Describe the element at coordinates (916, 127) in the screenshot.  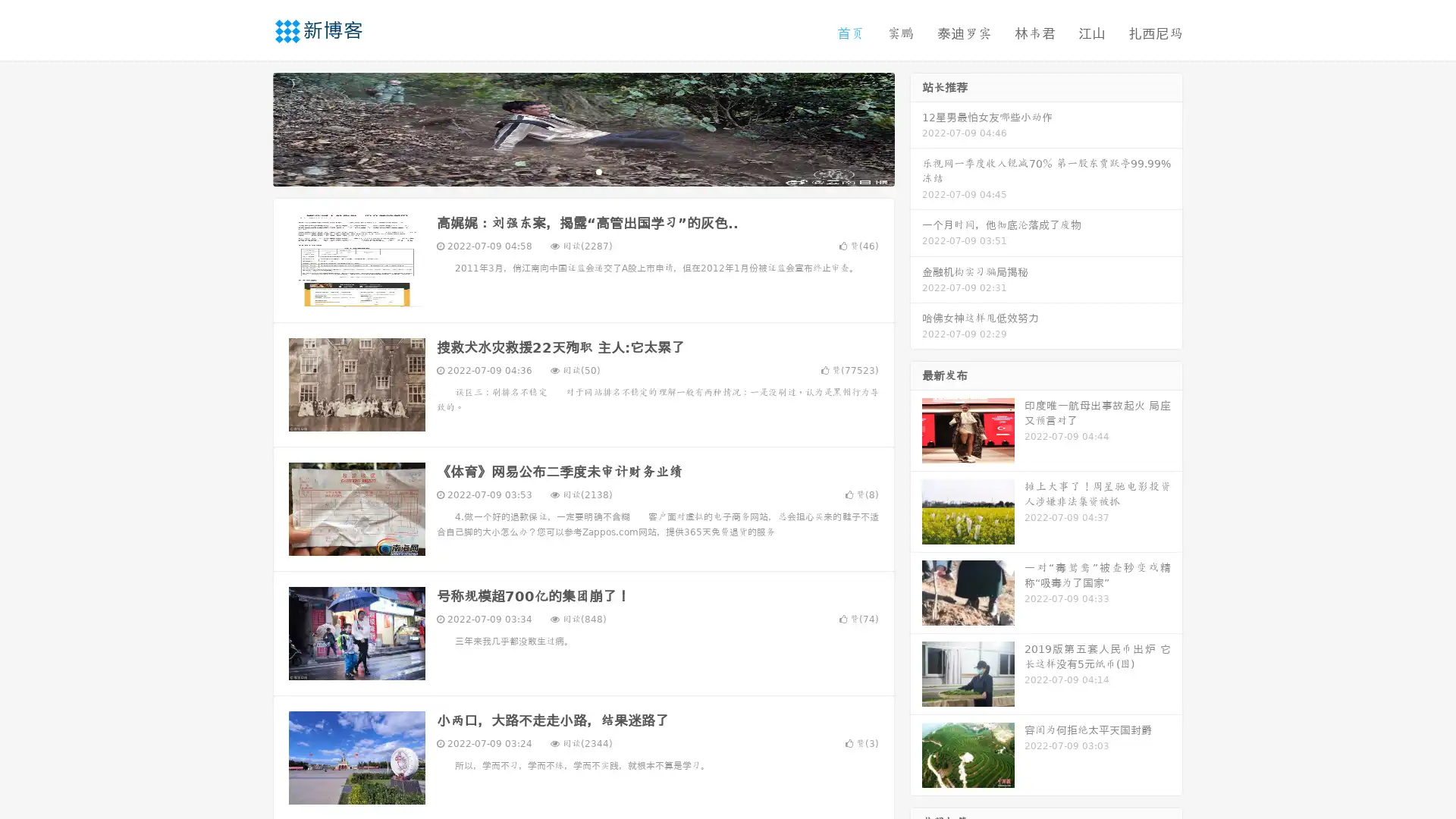
I see `Next slide` at that location.